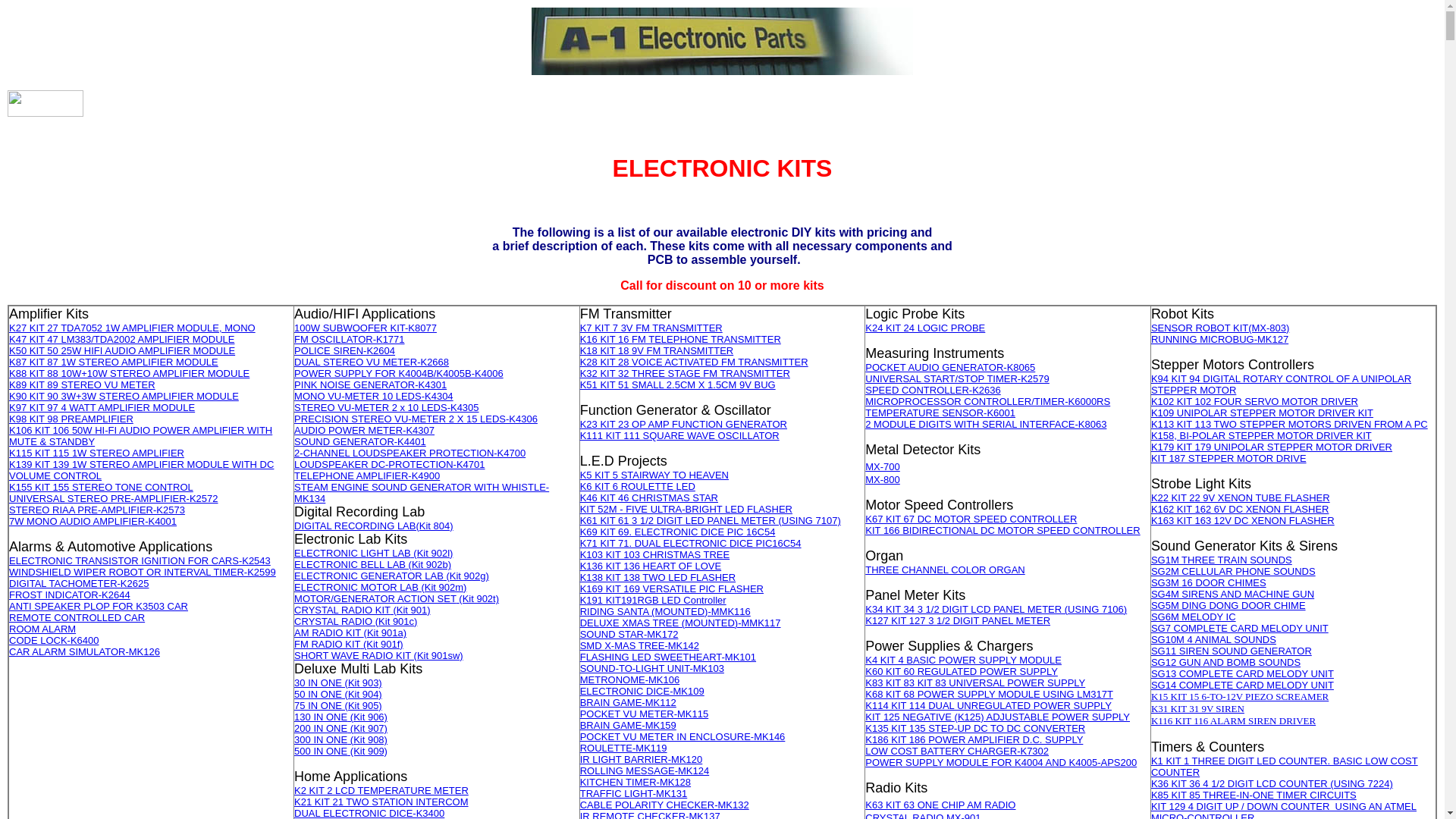 The image size is (1456, 819). Describe the element at coordinates (579, 542) in the screenshot. I see `'K71 KIT 71. DUAL ELECTRONIC DICE PIC16C54'` at that location.